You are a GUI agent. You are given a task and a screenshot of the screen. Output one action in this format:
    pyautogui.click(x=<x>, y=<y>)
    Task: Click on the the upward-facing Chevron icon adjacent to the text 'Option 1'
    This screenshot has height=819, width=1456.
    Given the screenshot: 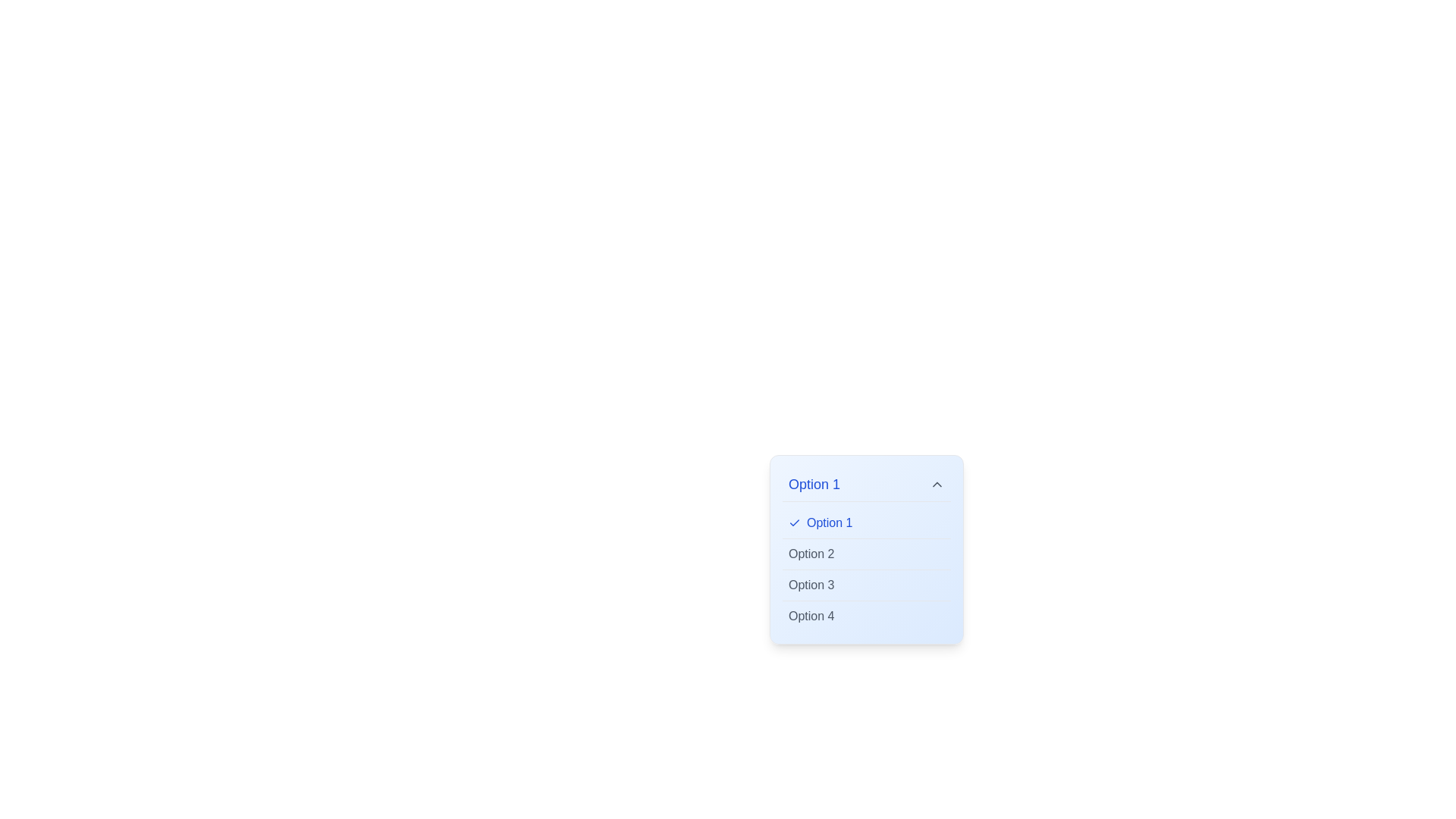 What is the action you would take?
    pyautogui.click(x=937, y=485)
    